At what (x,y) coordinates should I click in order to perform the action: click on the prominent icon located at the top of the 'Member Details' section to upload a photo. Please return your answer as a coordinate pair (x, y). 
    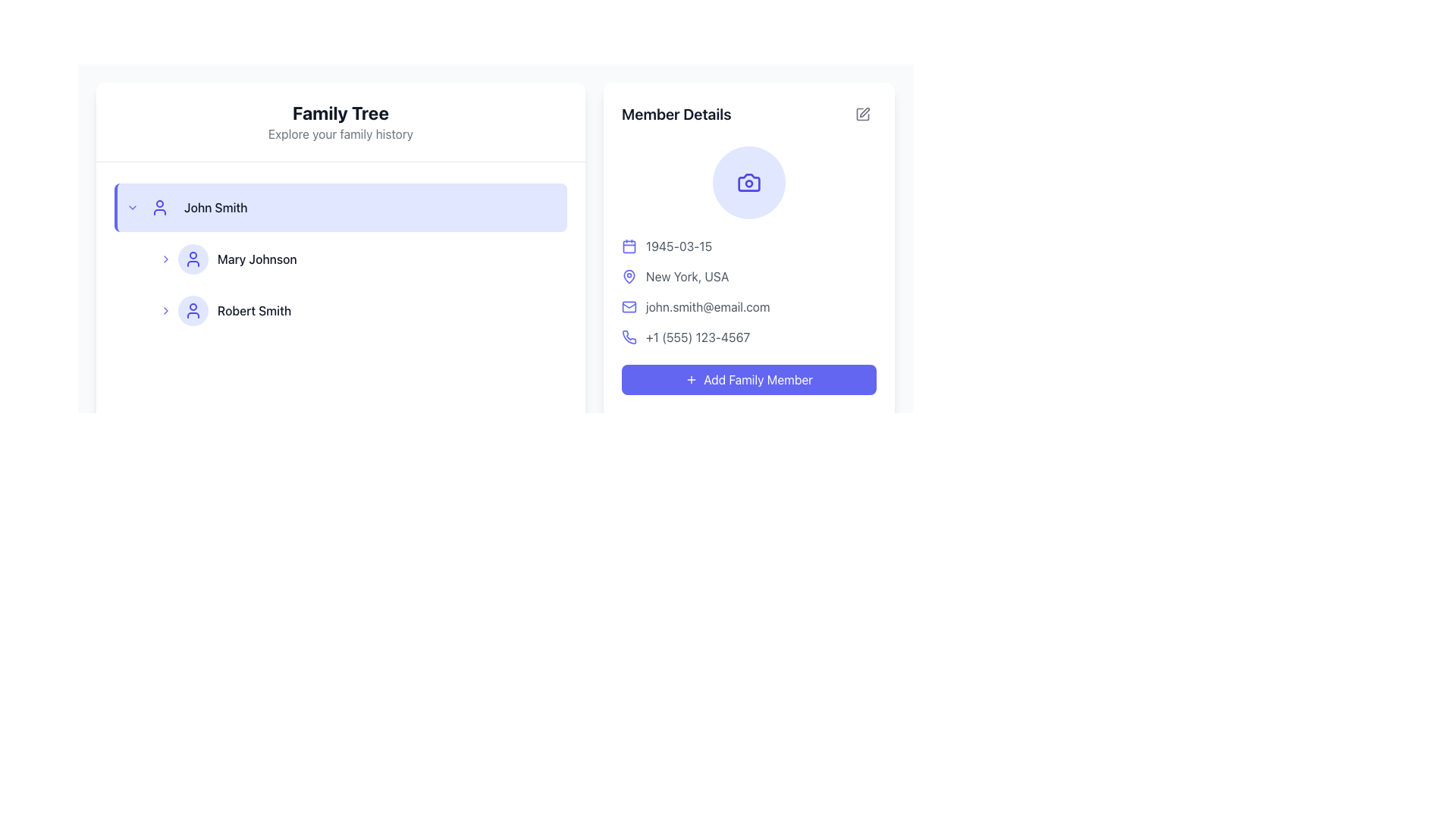
    Looking at the image, I should click on (749, 181).